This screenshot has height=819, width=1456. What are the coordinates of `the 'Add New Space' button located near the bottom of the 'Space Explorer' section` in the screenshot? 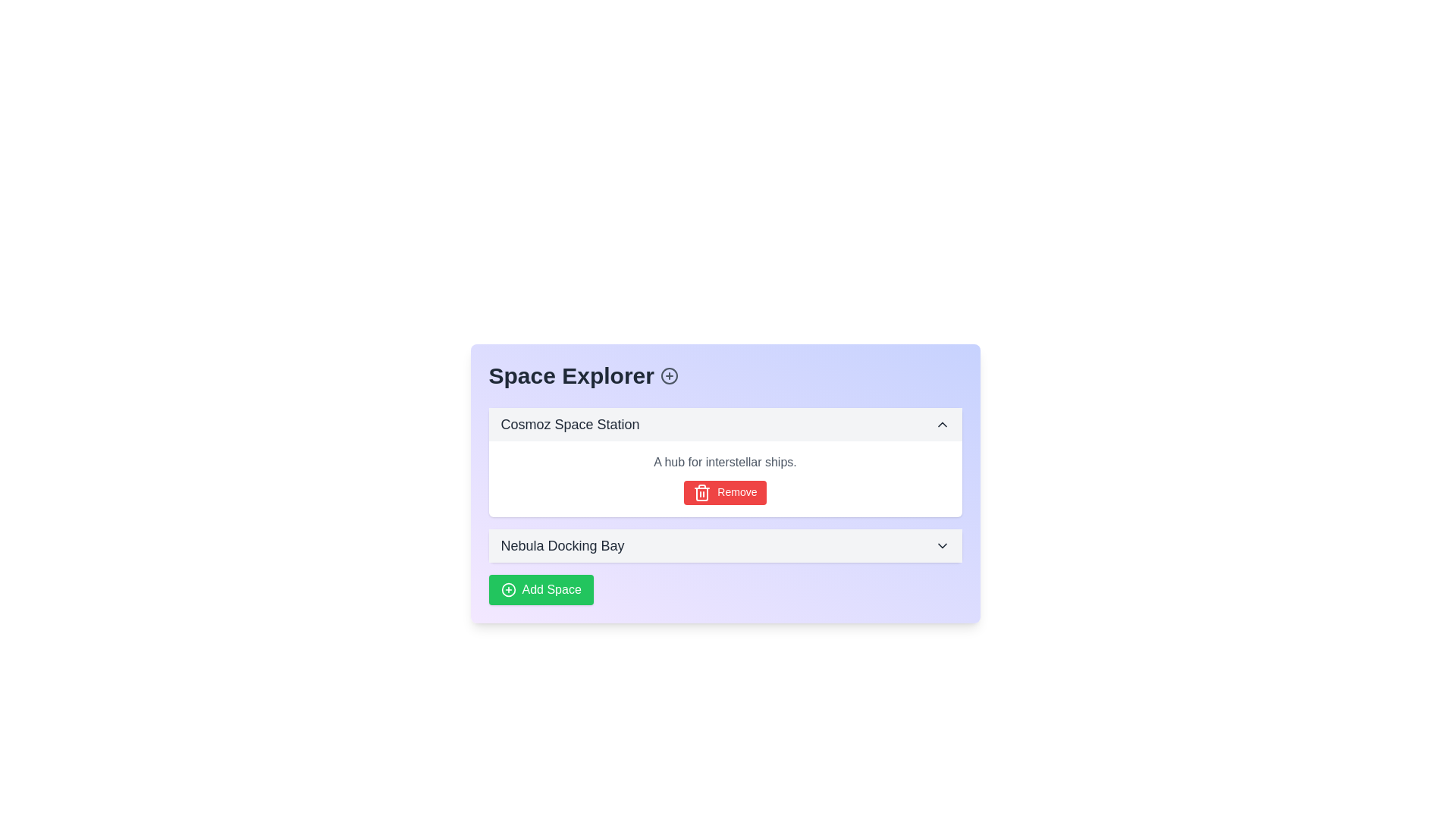 It's located at (541, 589).